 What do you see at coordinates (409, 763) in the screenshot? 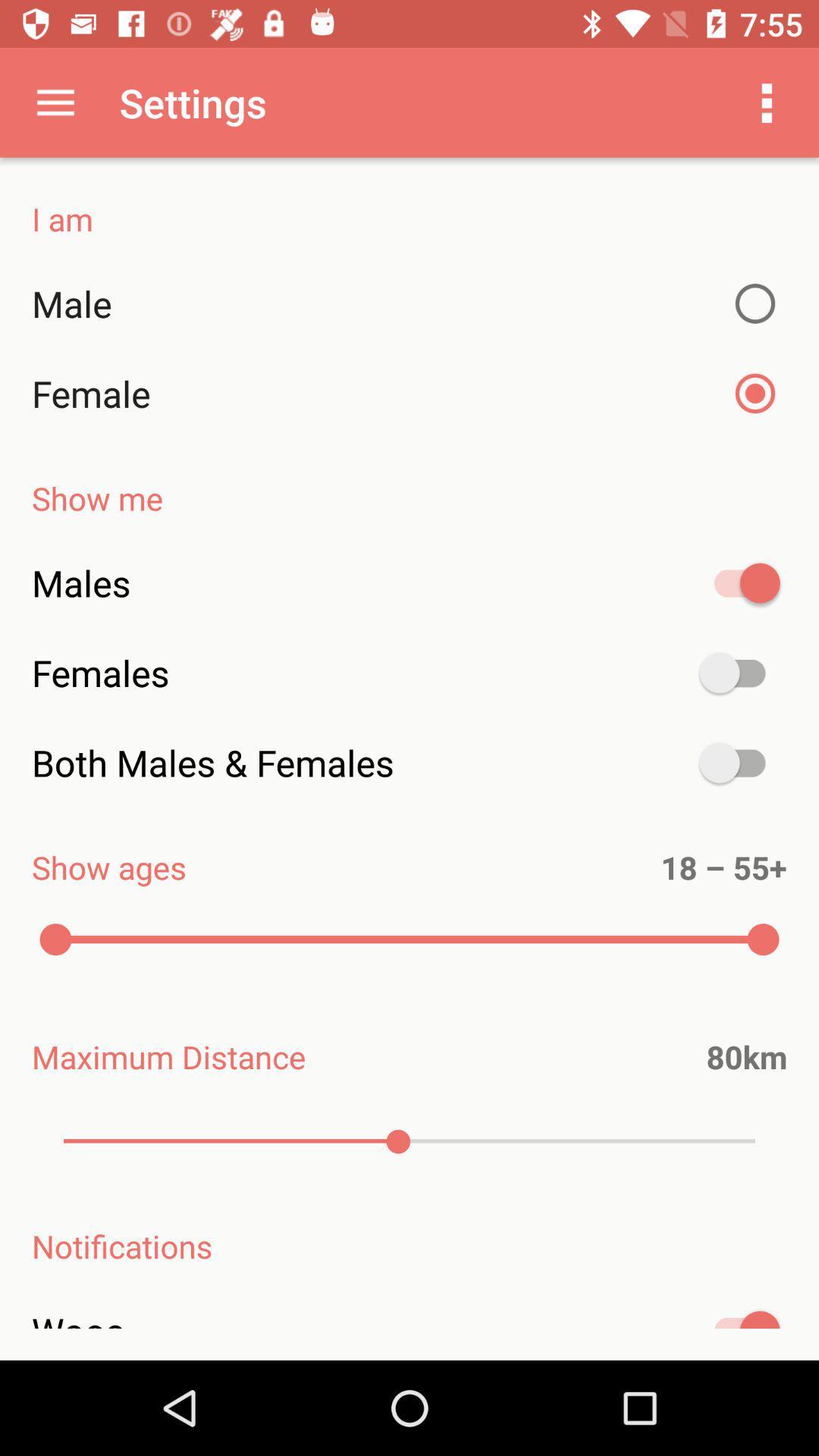
I see `icon above the show ages icon` at bounding box center [409, 763].